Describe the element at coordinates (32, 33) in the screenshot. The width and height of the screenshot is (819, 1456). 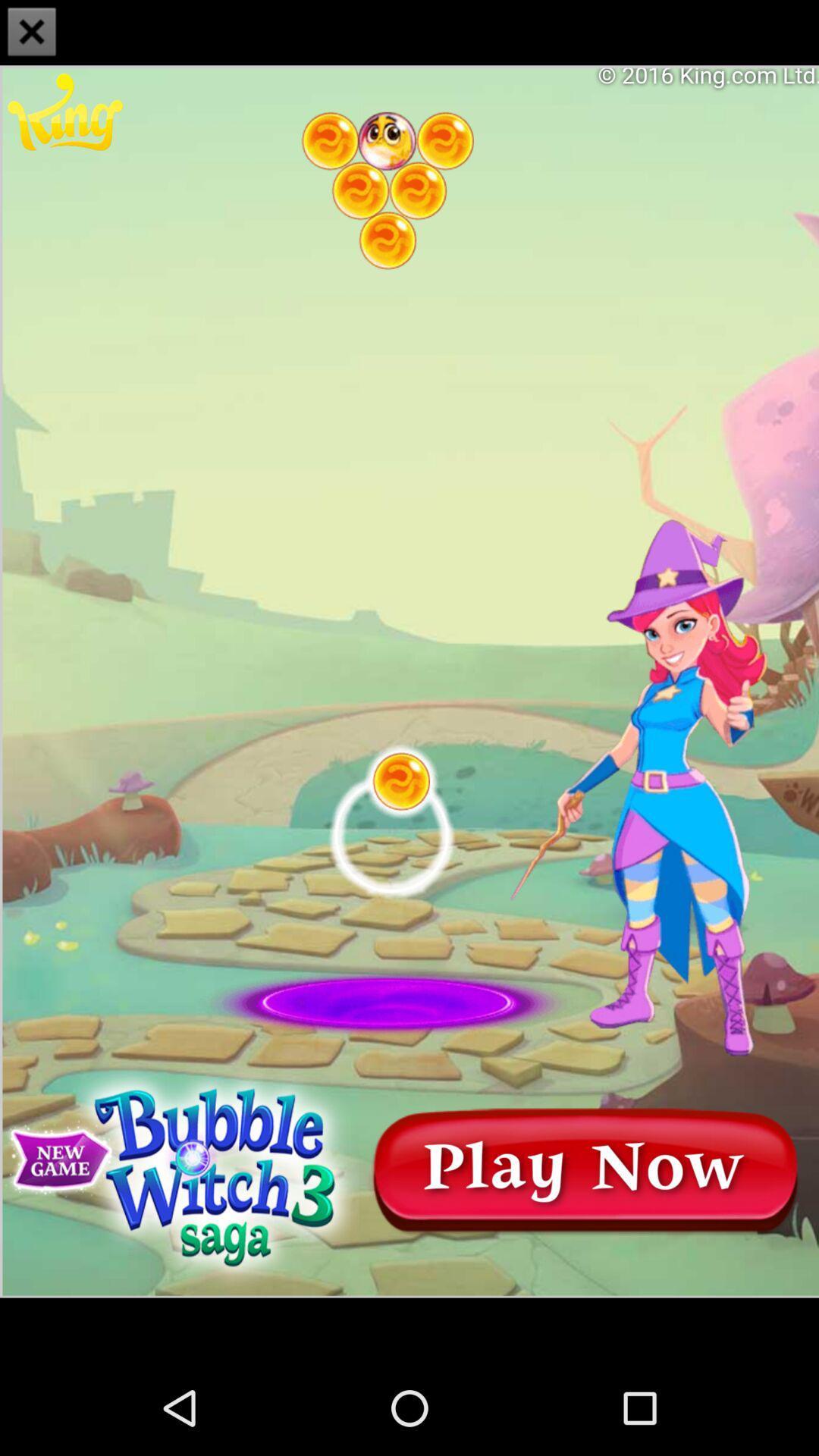
I see `the close icon` at that location.